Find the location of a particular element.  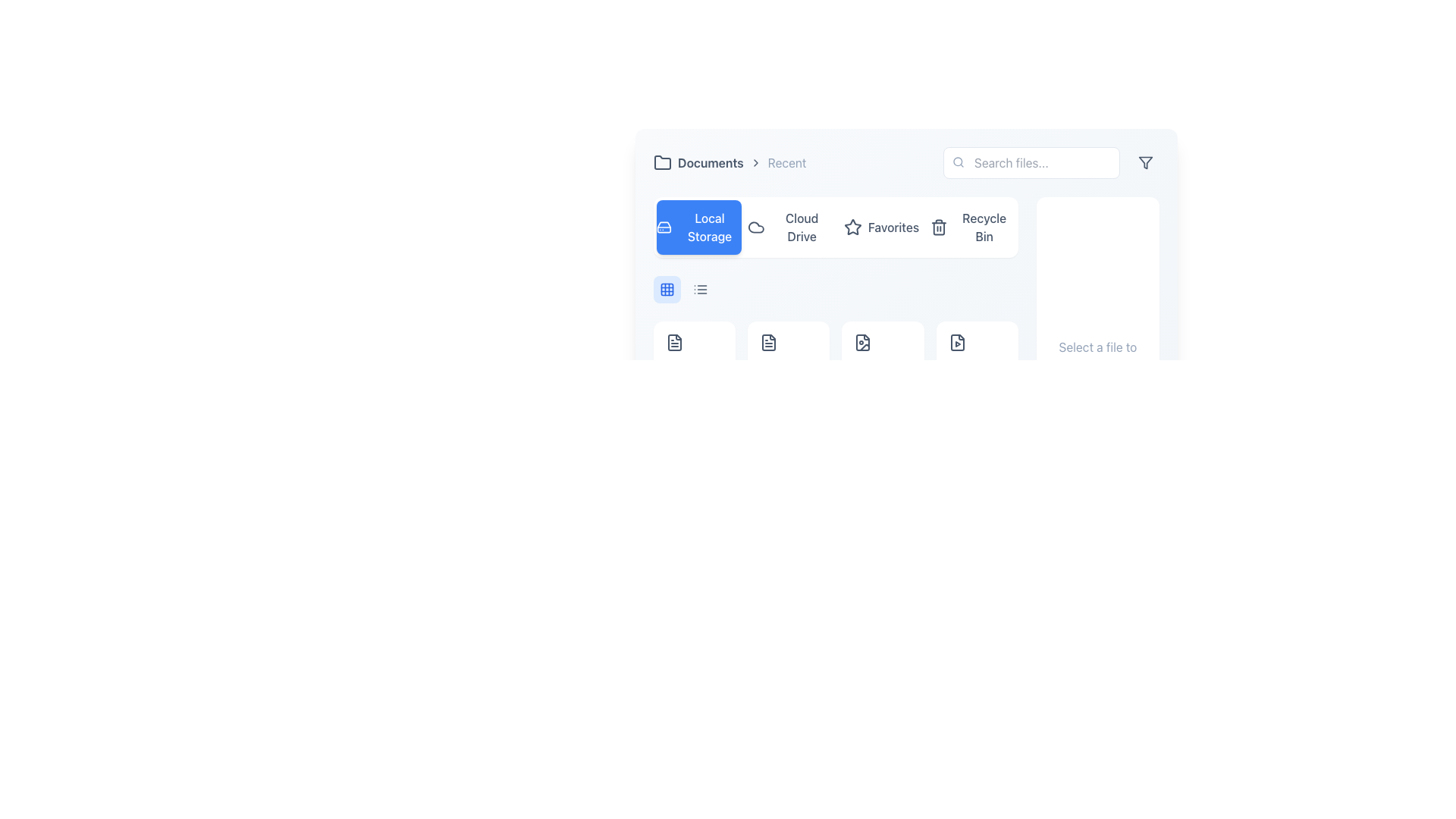

the 'Image.jpg' file item display box is located at coordinates (883, 366).